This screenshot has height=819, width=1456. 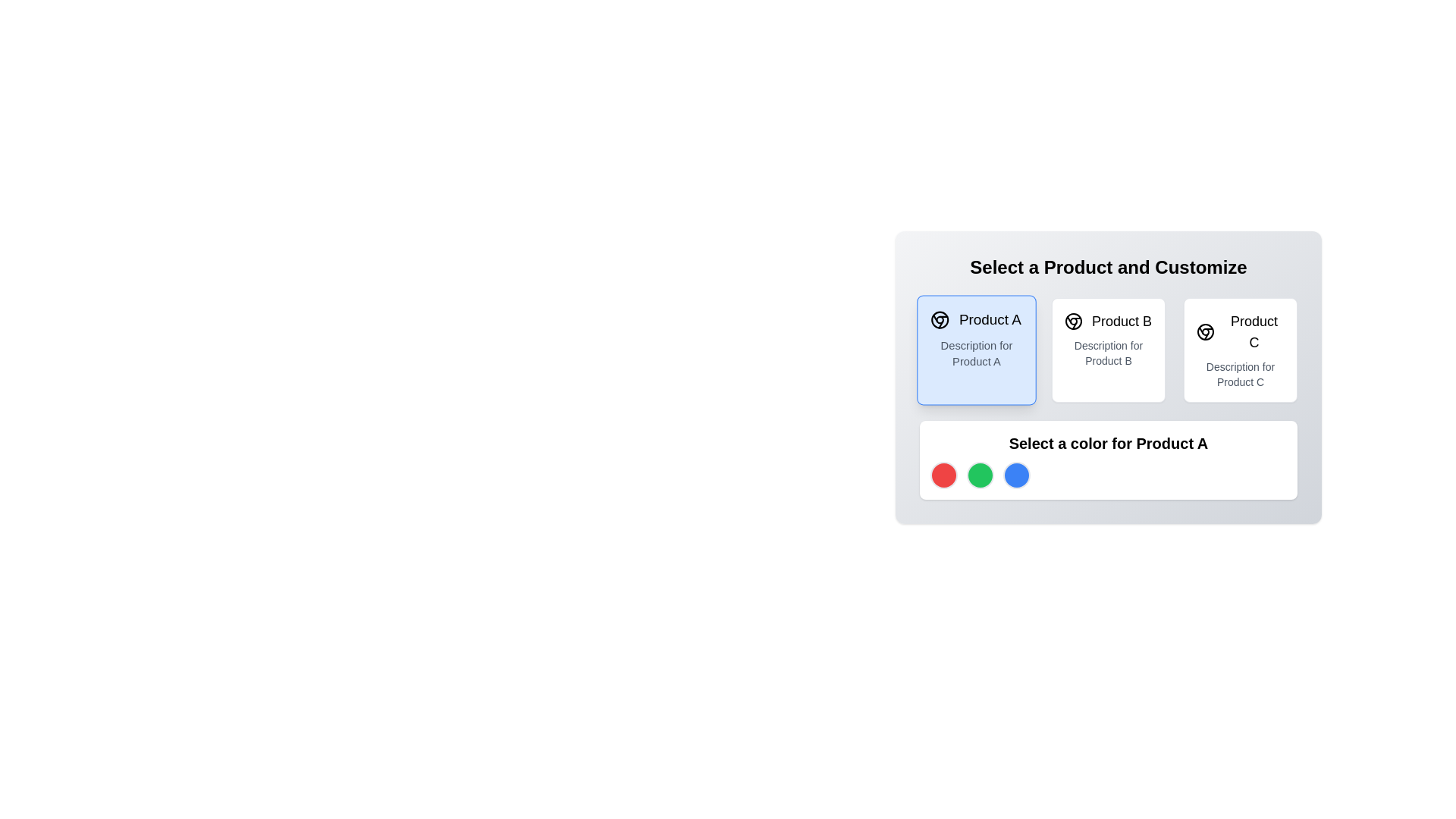 What do you see at coordinates (1109, 353) in the screenshot?
I see `description text located directly below the 'Product B' label, which provides additional details about 'Product B'` at bounding box center [1109, 353].